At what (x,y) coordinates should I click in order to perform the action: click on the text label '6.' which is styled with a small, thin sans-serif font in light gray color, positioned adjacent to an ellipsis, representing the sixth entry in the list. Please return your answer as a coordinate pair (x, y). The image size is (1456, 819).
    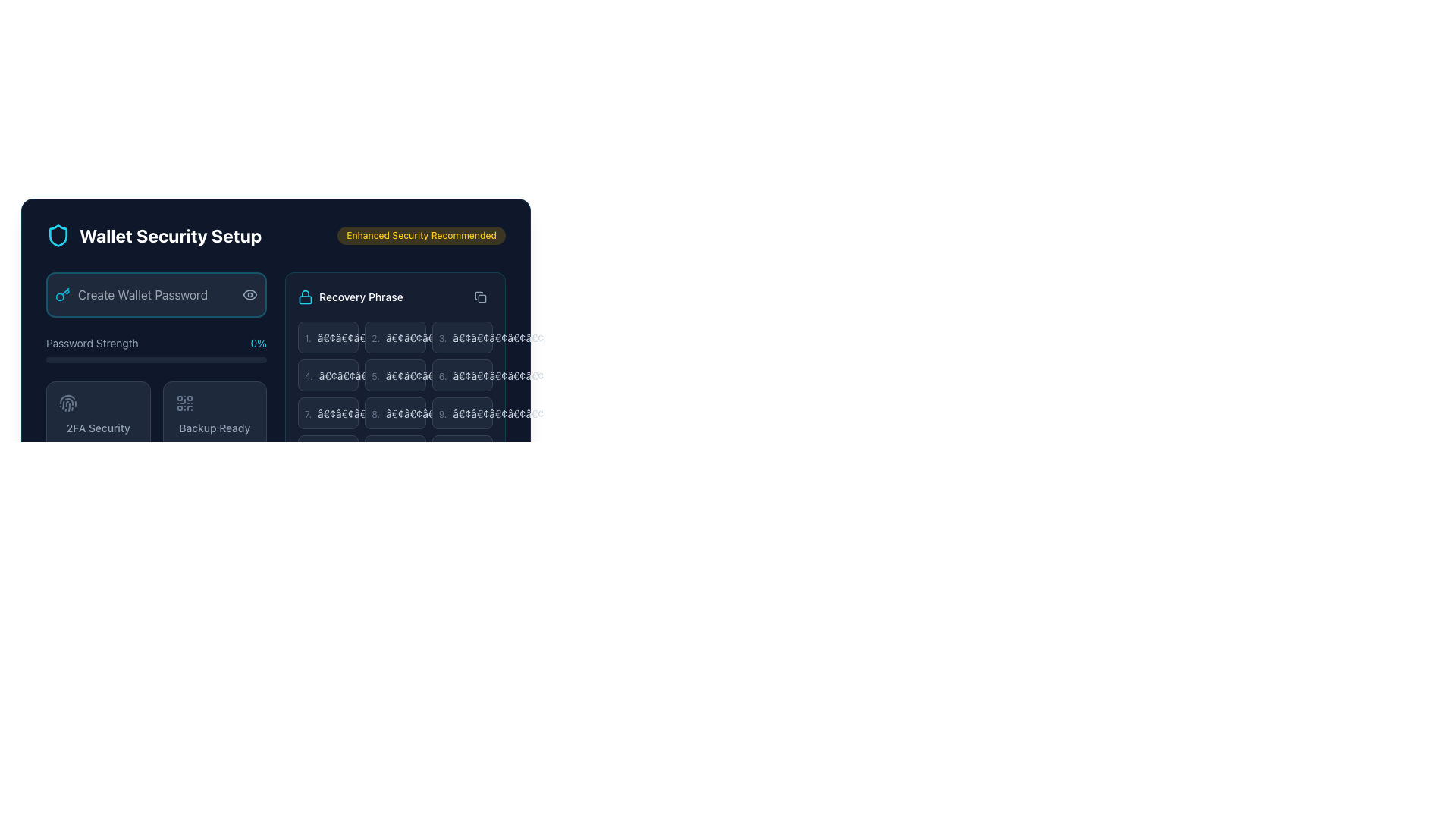
    Looking at the image, I should click on (442, 375).